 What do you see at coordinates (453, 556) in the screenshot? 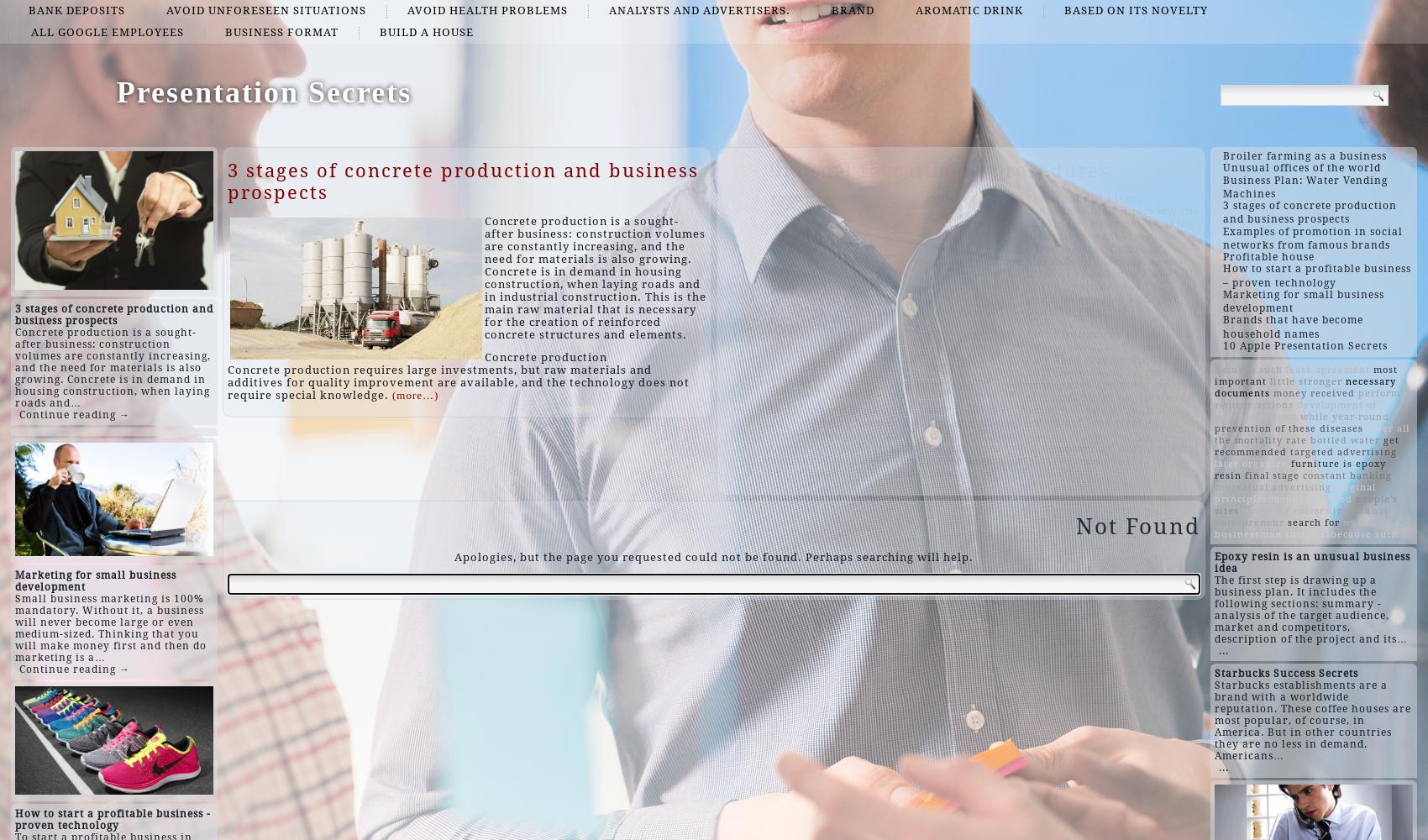
I see `'Apologies, but the page you requested could not be found. Perhaps searching will help.'` at bounding box center [453, 556].